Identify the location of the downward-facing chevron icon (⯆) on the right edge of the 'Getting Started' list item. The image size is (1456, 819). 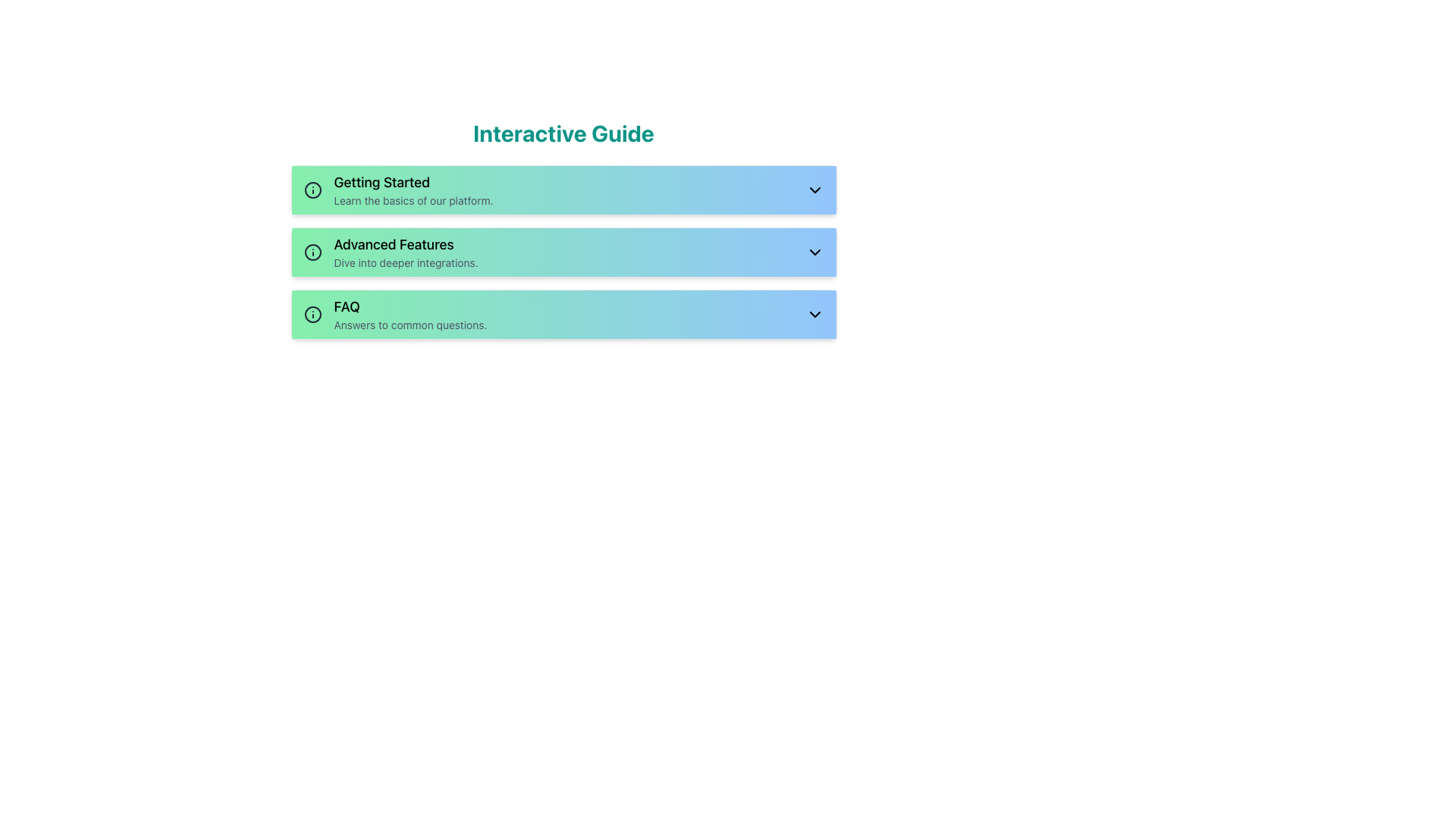
(814, 189).